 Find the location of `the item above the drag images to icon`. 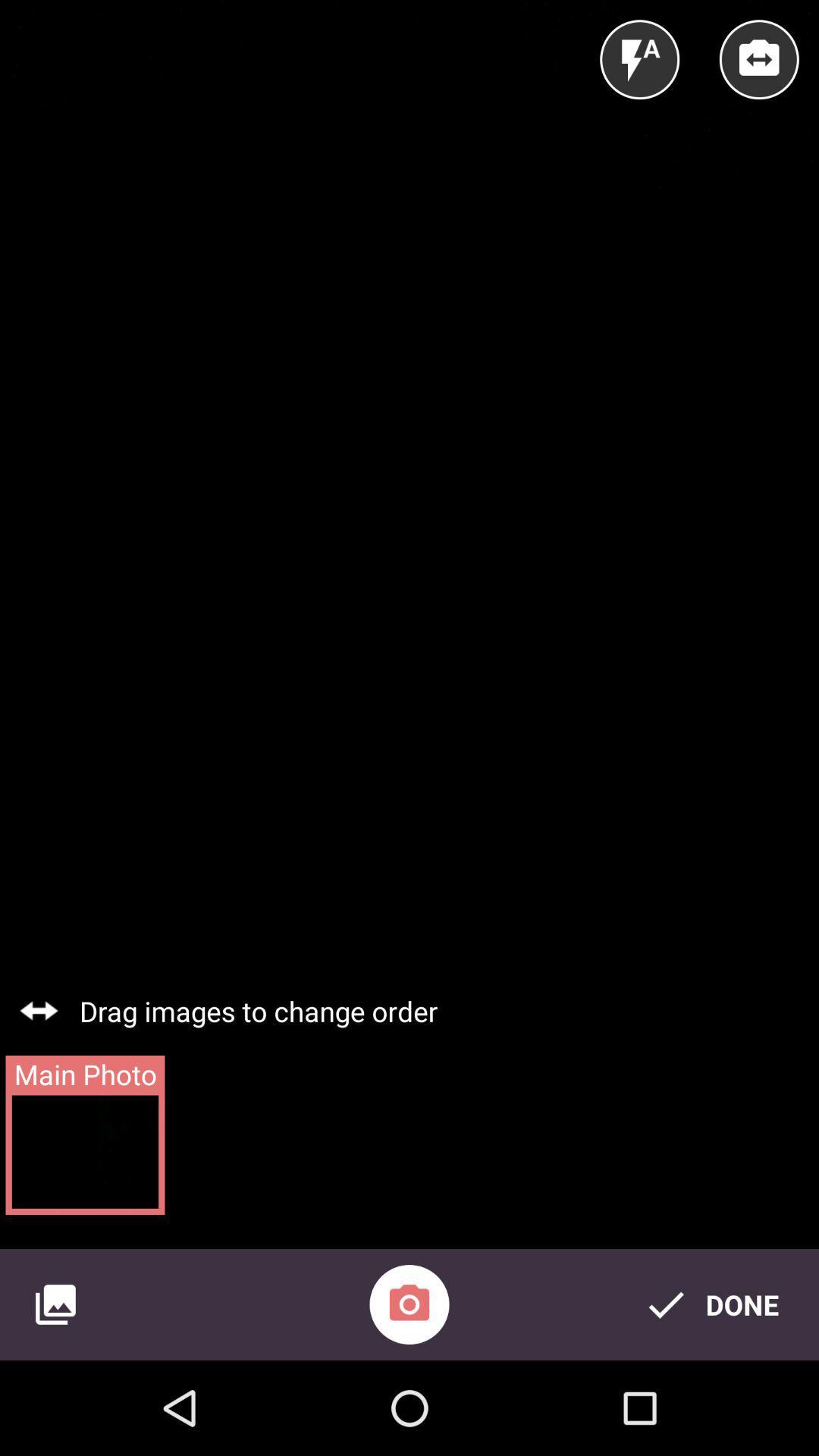

the item above the drag images to icon is located at coordinates (639, 59).